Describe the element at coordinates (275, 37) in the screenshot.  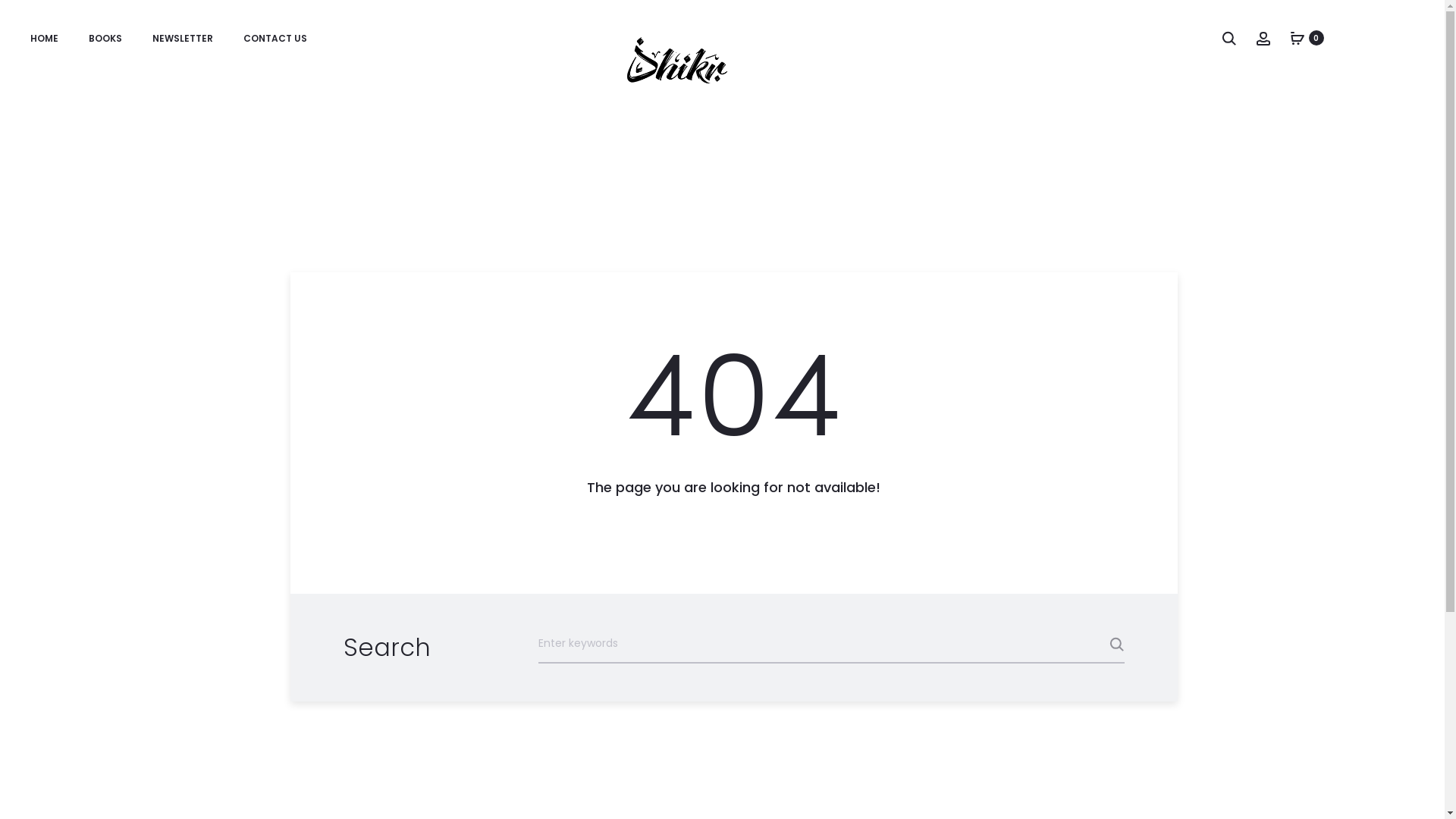
I see `'CONTACT US'` at that location.